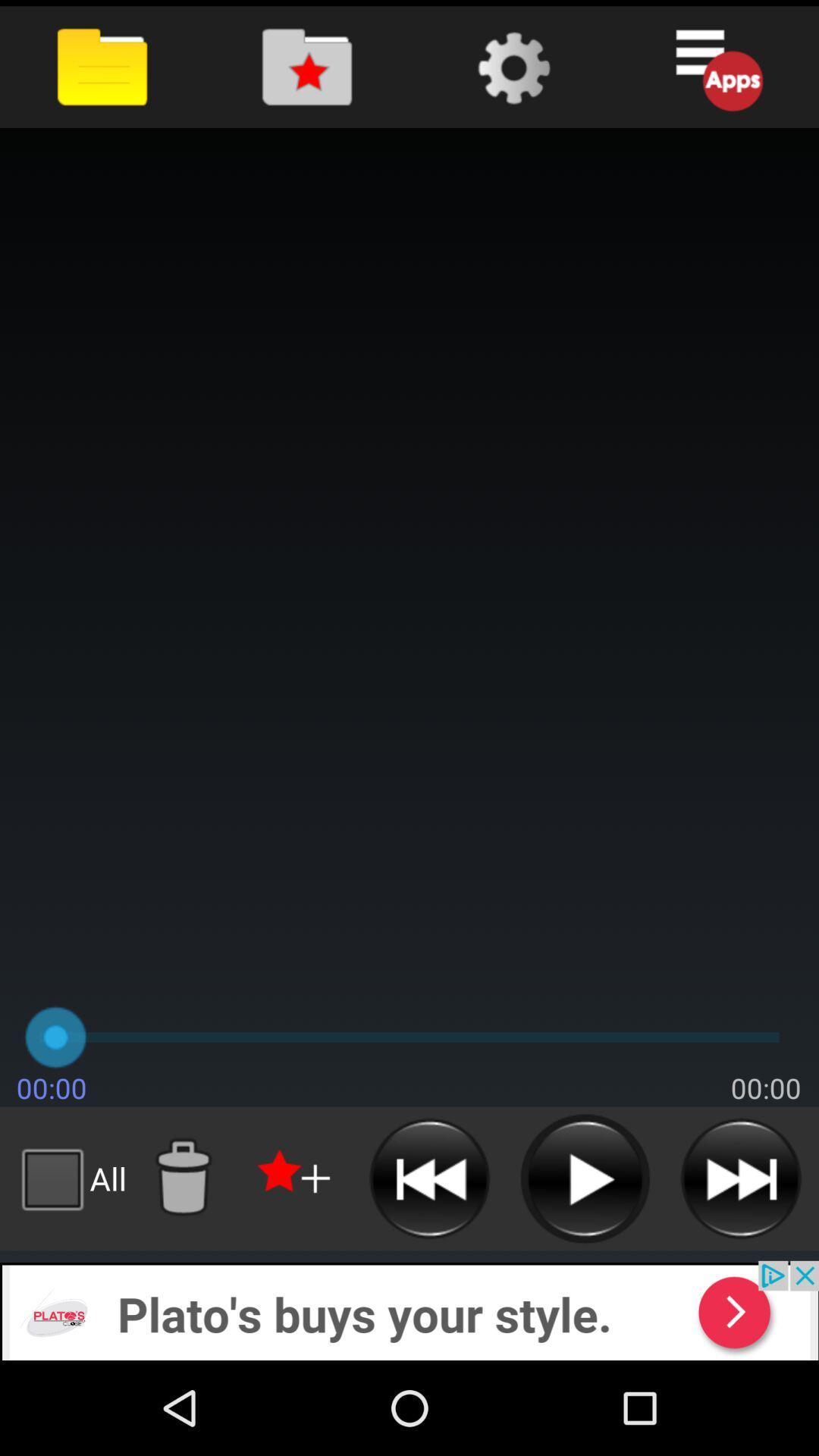  What do you see at coordinates (295, 1178) in the screenshot?
I see `to favorites` at bounding box center [295, 1178].